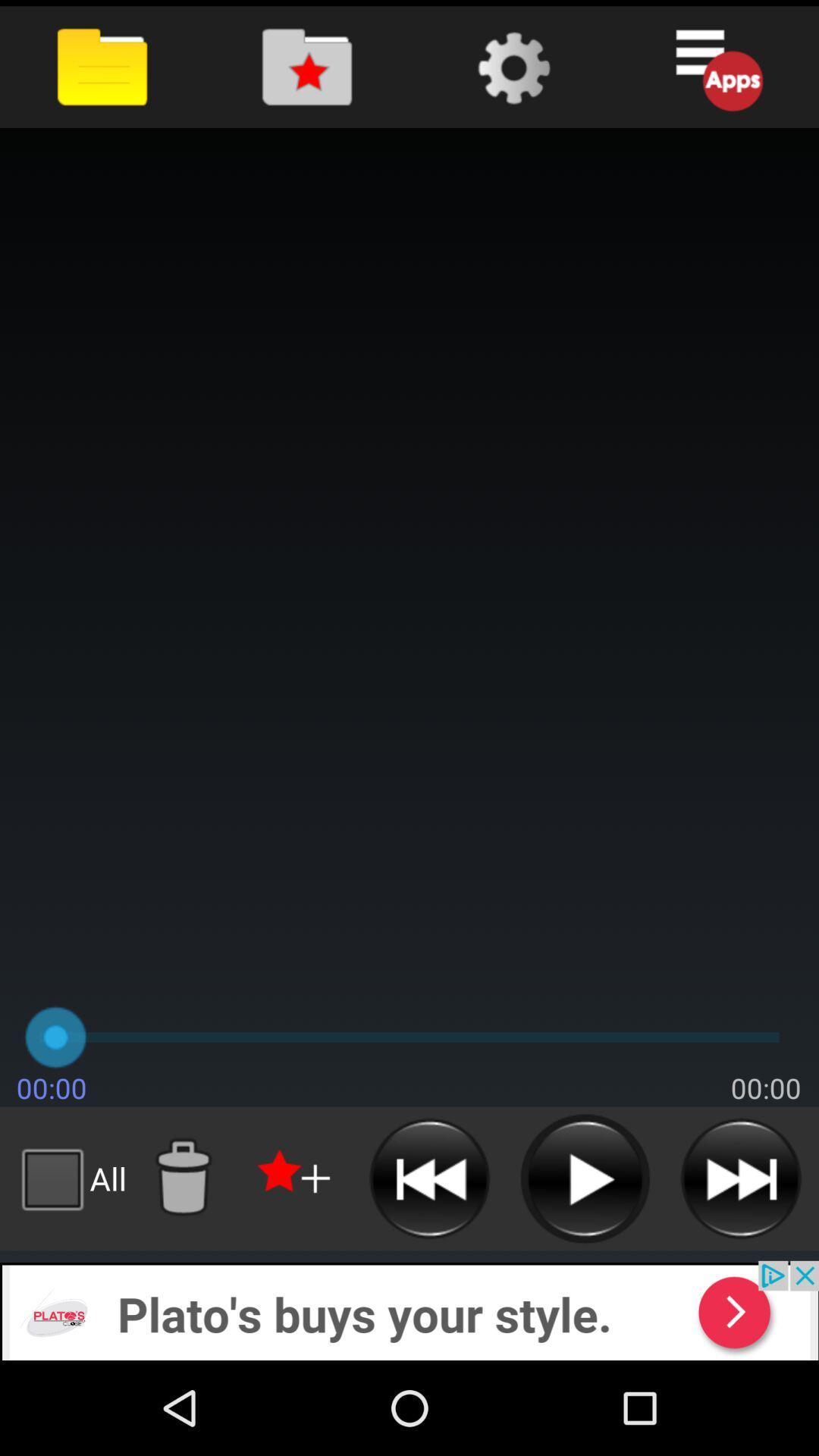  What do you see at coordinates (295, 1178) in the screenshot?
I see `to favorites` at bounding box center [295, 1178].